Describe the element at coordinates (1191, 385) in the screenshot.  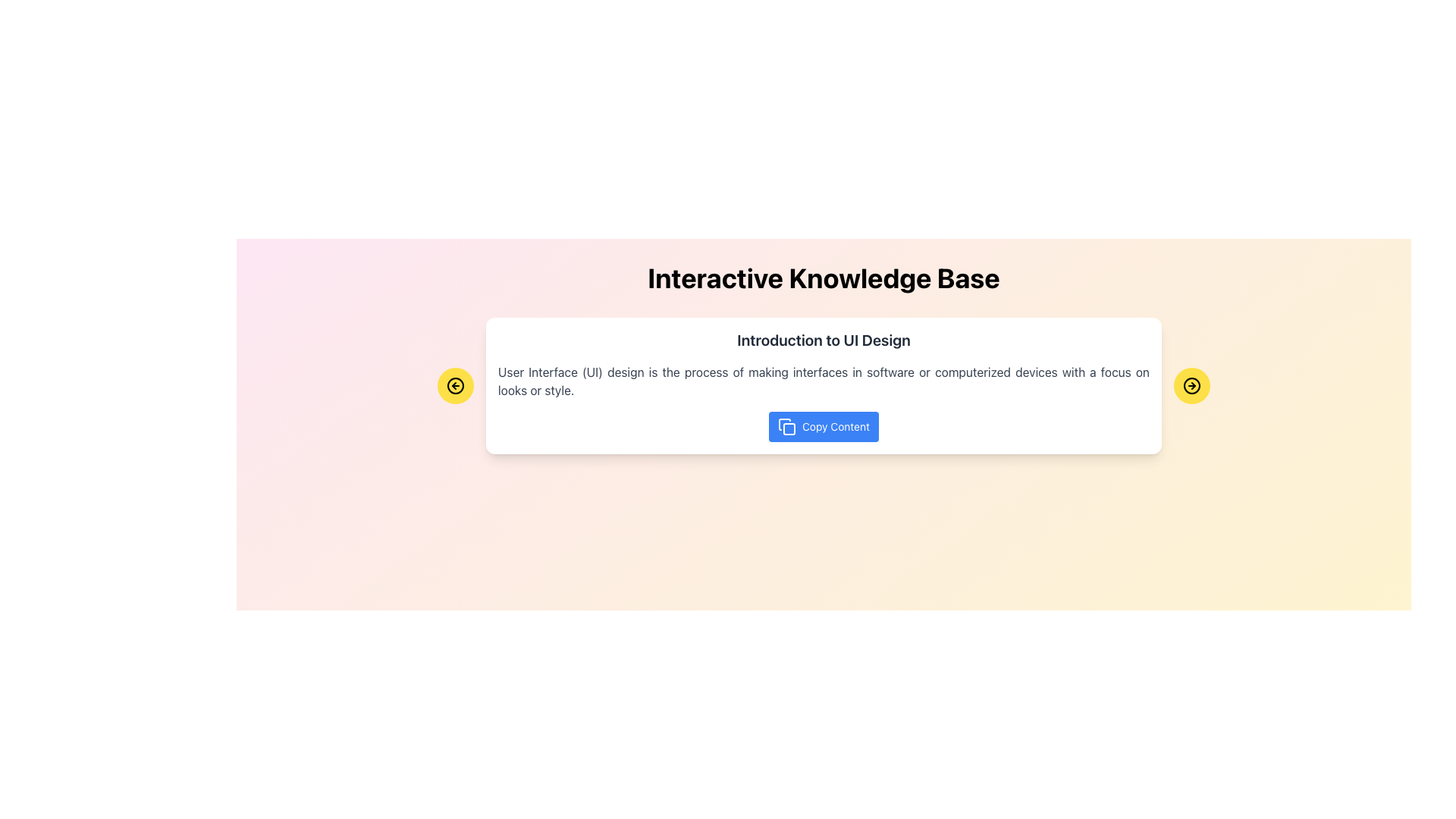
I see `the SVG Circle element that visually indicates an interactive functionality, positioned centrally within an icon to the right of the main content card` at that location.